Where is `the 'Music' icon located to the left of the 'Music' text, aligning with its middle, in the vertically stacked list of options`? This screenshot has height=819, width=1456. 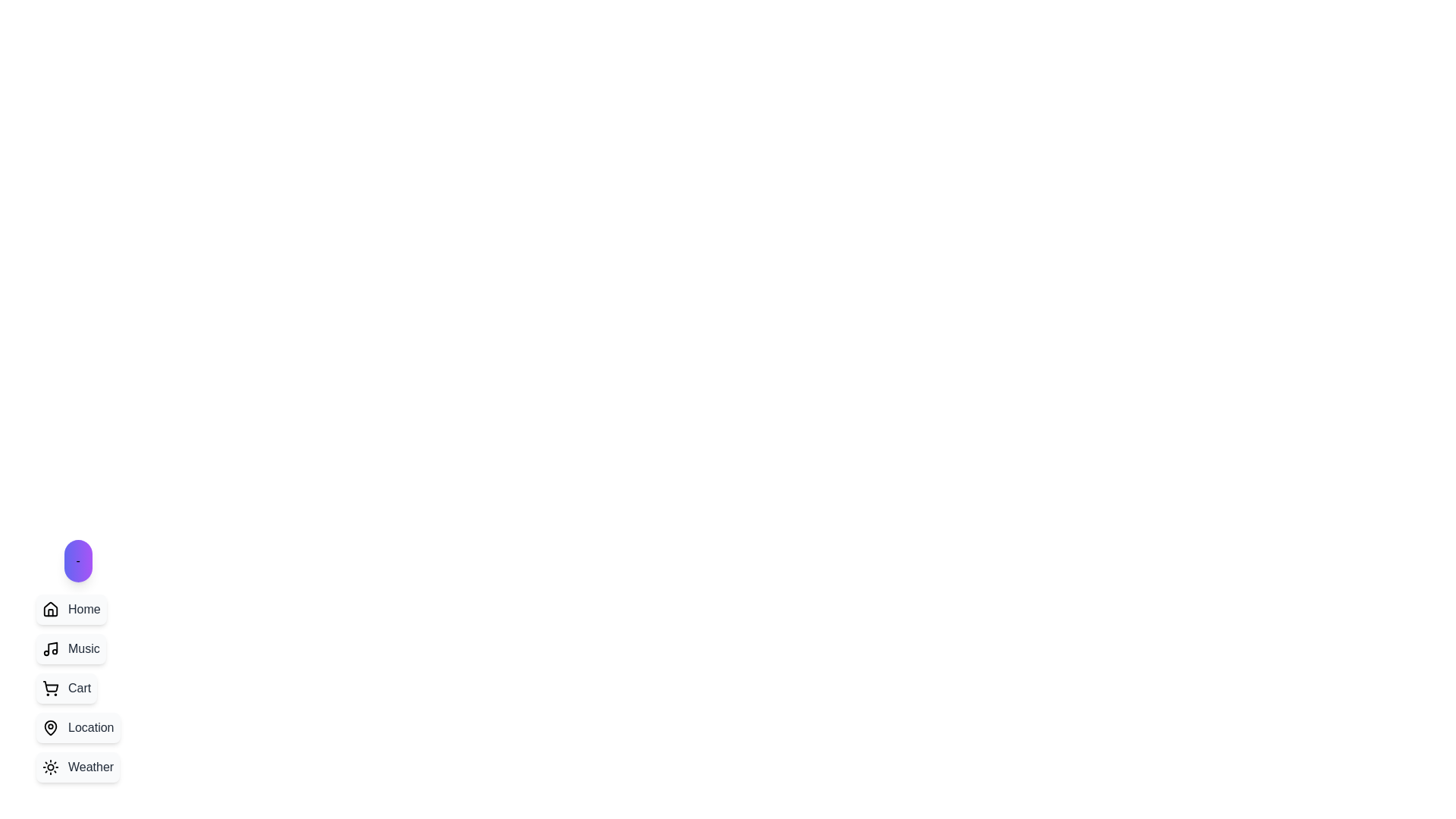 the 'Music' icon located to the left of the 'Music' text, aligning with its middle, in the vertically stacked list of options is located at coordinates (51, 648).